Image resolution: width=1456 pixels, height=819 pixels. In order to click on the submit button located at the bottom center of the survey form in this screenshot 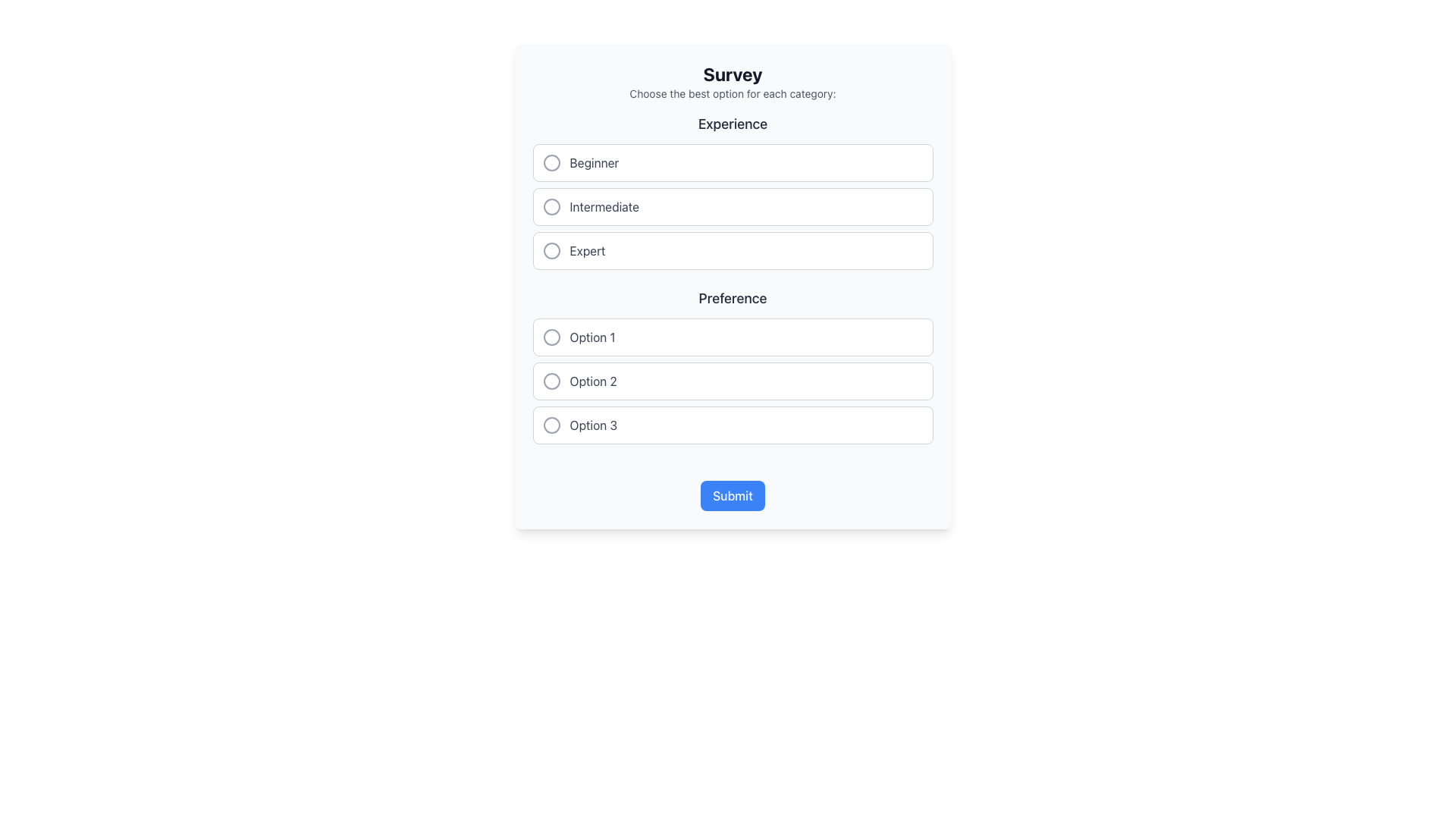, I will do `click(733, 496)`.